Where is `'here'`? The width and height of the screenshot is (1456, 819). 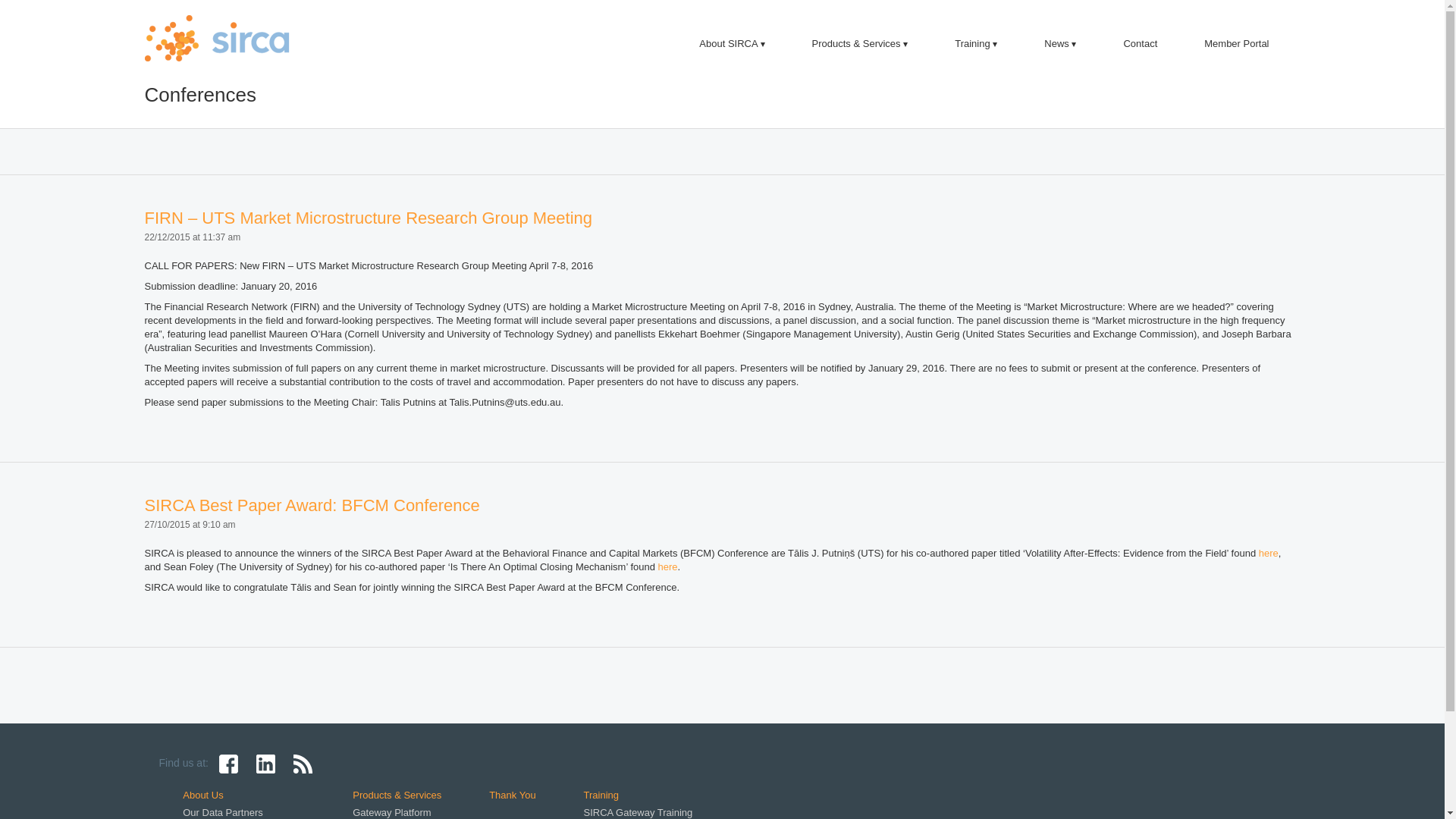 'here' is located at coordinates (667, 566).